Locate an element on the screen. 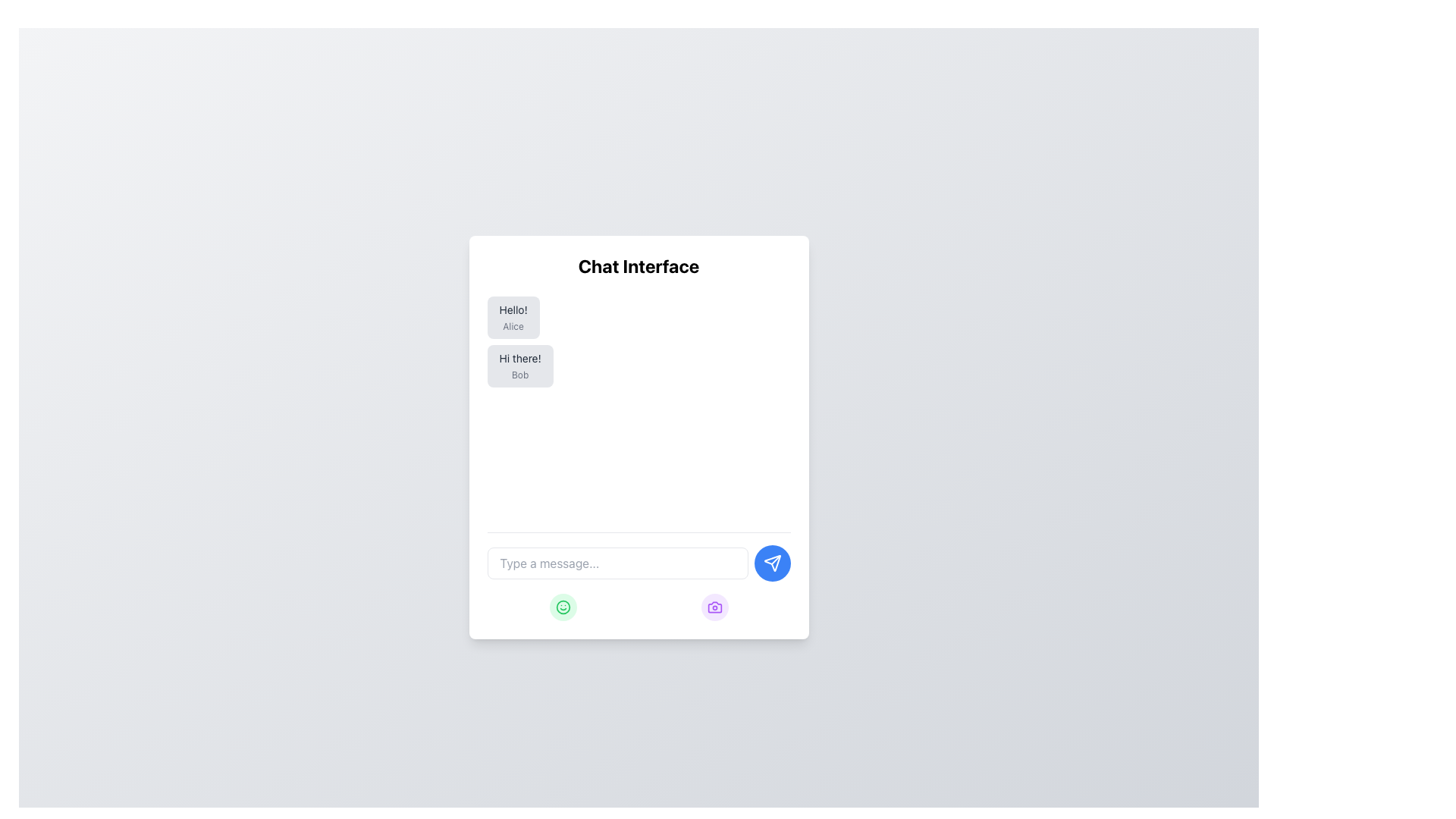 The height and width of the screenshot is (819, 1456). the 'Chat Interface' text label, which is displayed in bold black font at the top center of its dialog box is located at coordinates (639, 265).